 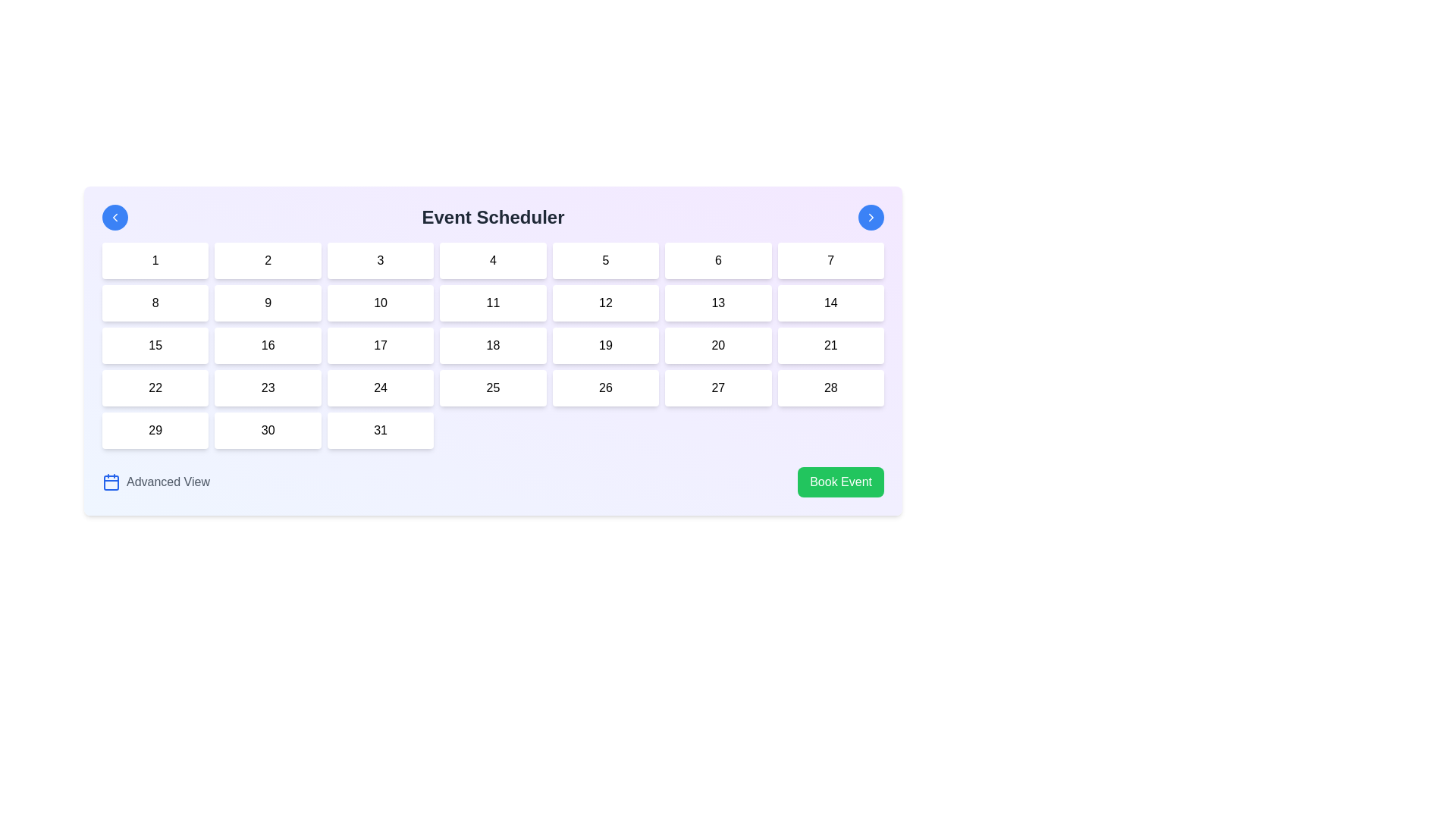 What do you see at coordinates (111, 482) in the screenshot?
I see `the central decorative icon part of the calendar icon located in the bottom left corner, which is part of the 'Advanced View' label` at bounding box center [111, 482].